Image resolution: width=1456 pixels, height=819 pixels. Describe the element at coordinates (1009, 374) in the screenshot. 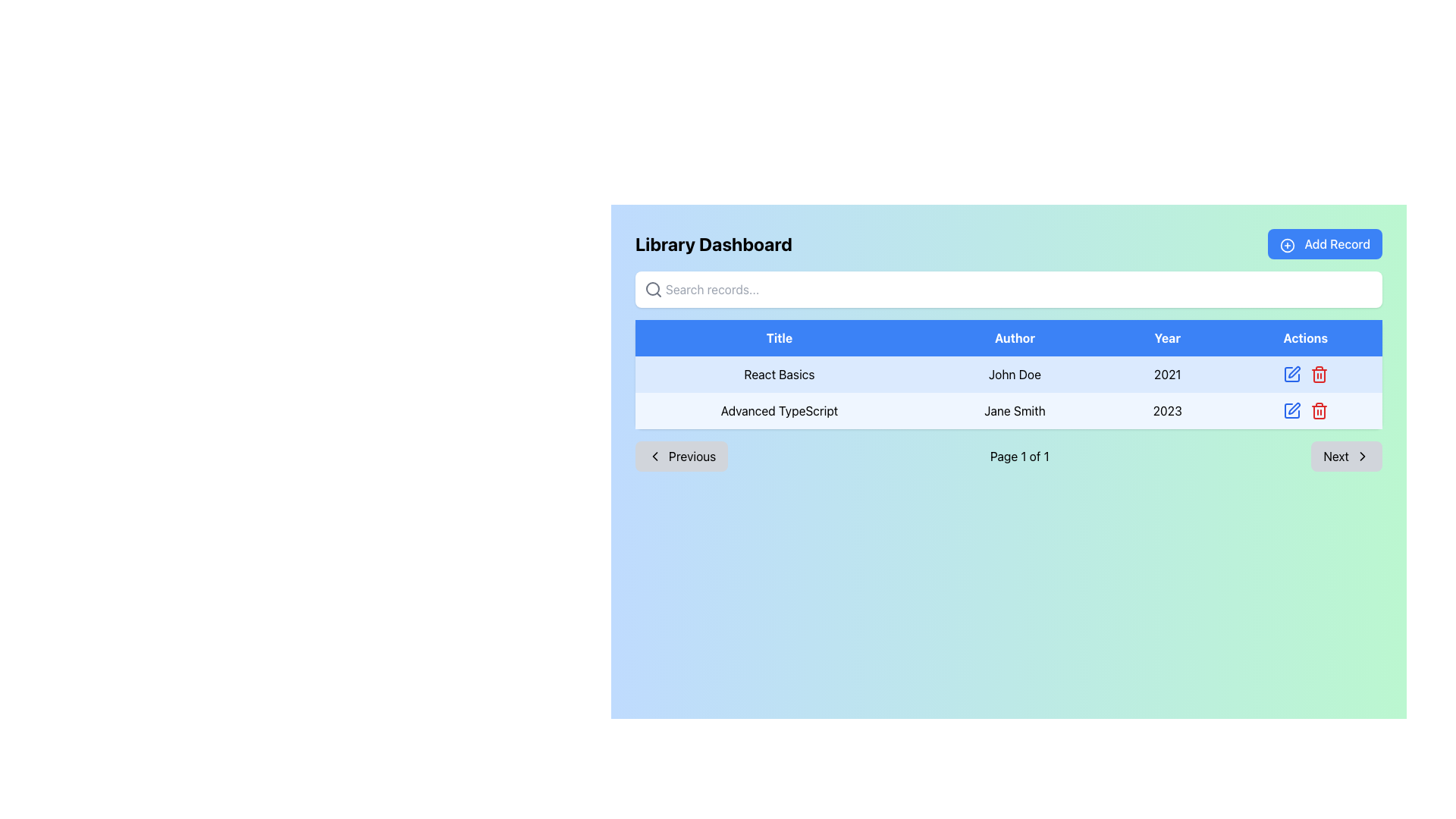

I see `the first row of the table that displays information about a book or course title, its author, and publication year` at that location.